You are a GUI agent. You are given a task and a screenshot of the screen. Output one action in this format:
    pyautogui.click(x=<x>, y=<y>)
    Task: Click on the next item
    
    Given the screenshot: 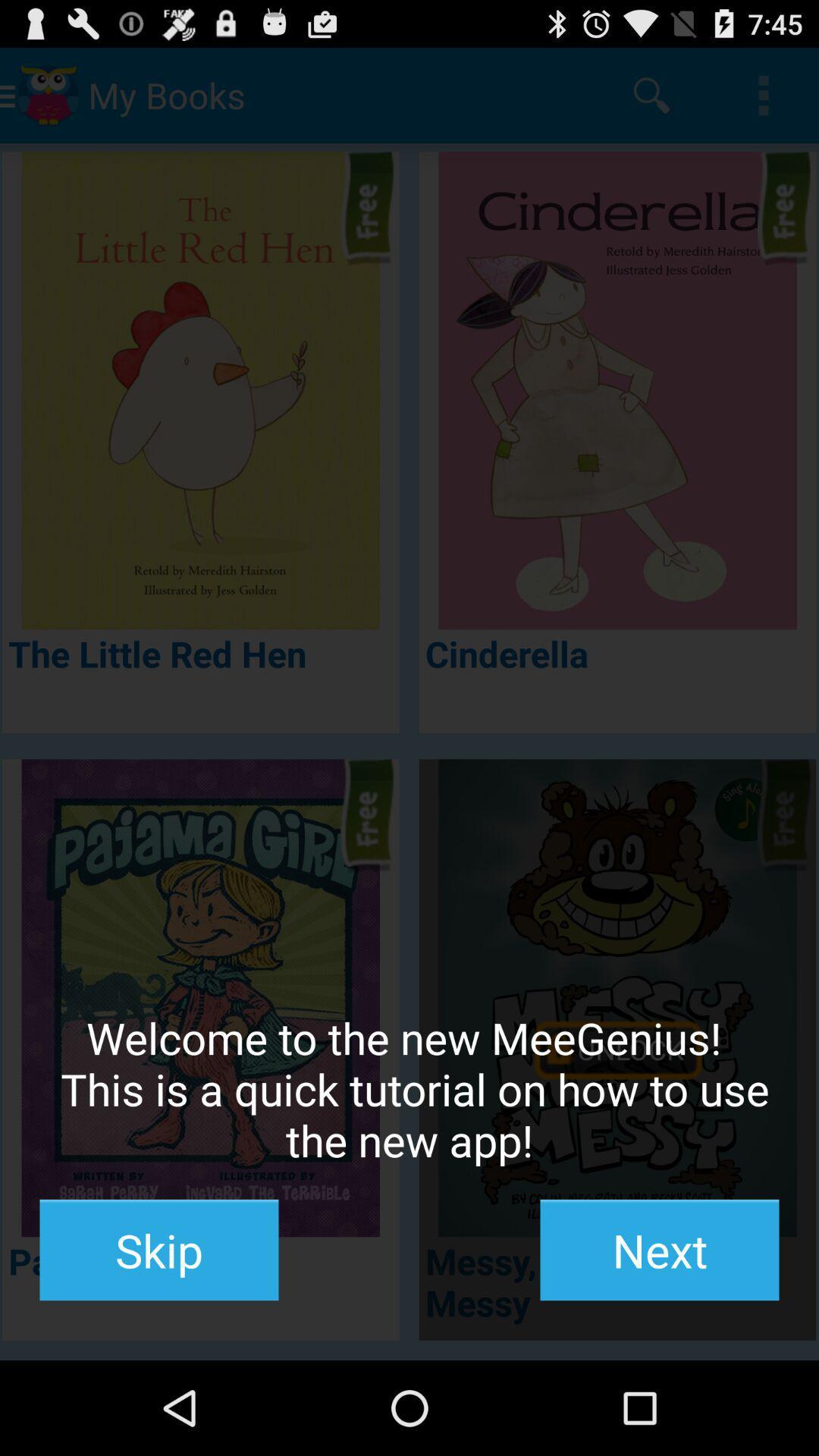 What is the action you would take?
    pyautogui.click(x=659, y=1250)
    